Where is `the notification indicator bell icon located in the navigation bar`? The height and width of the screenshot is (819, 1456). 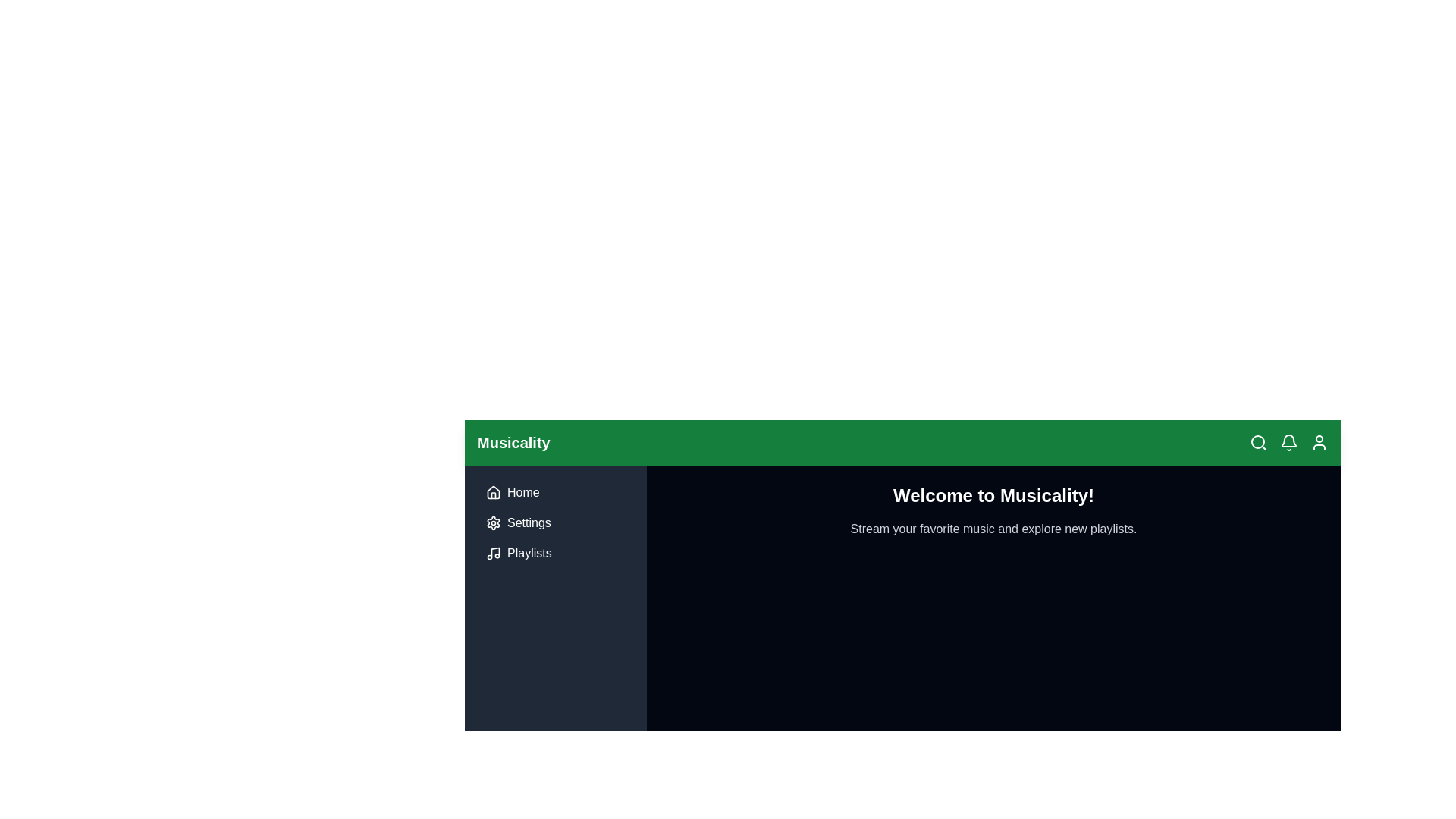 the notification indicator bell icon located in the navigation bar is located at coordinates (1288, 442).